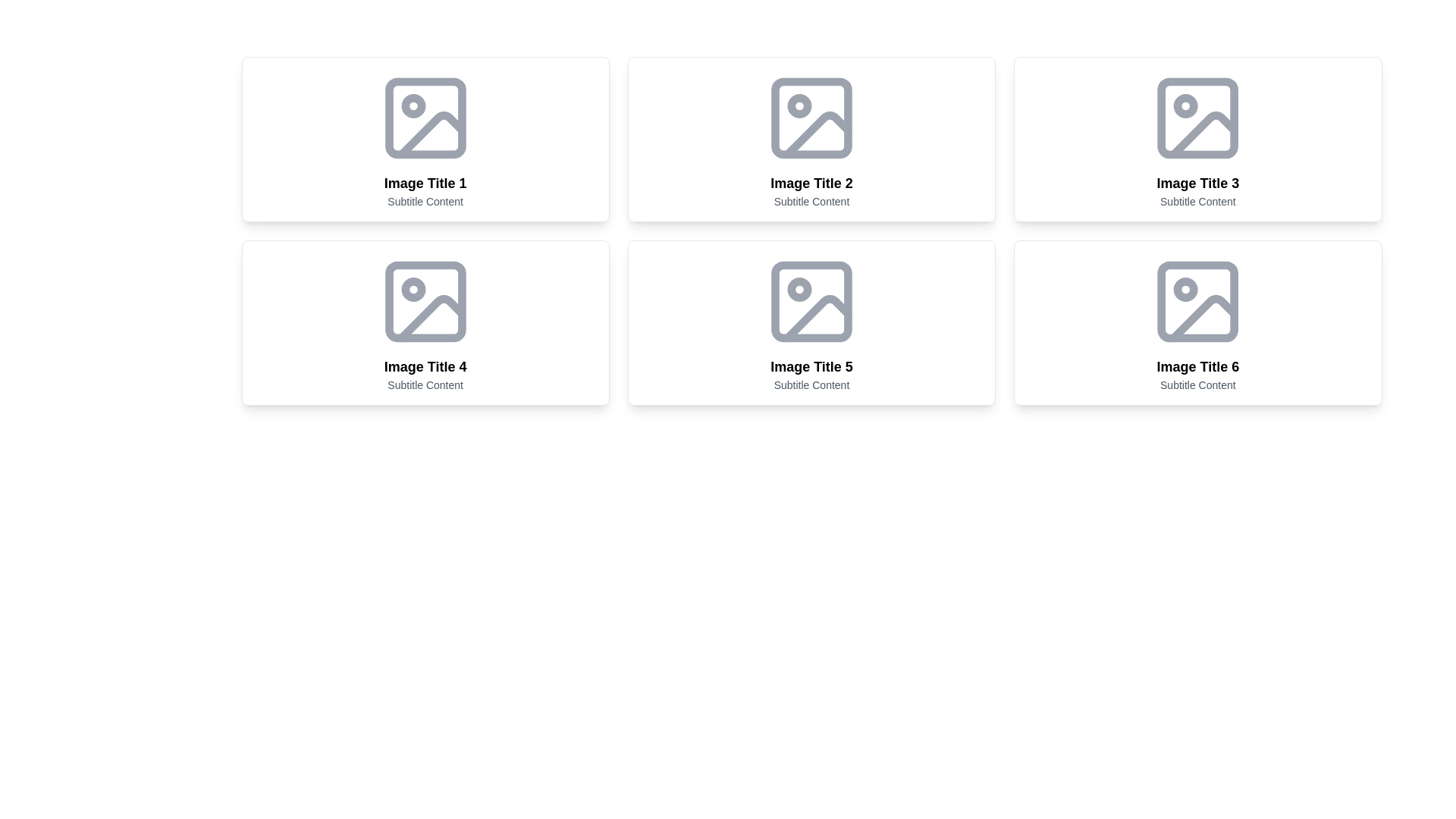  Describe the element at coordinates (811, 117) in the screenshot. I see `the SVG image placeholder located at the top center of the card labeled 'Image Title 2', which features a prominent circle and a diagonal line, indicating an image placeholder` at that location.